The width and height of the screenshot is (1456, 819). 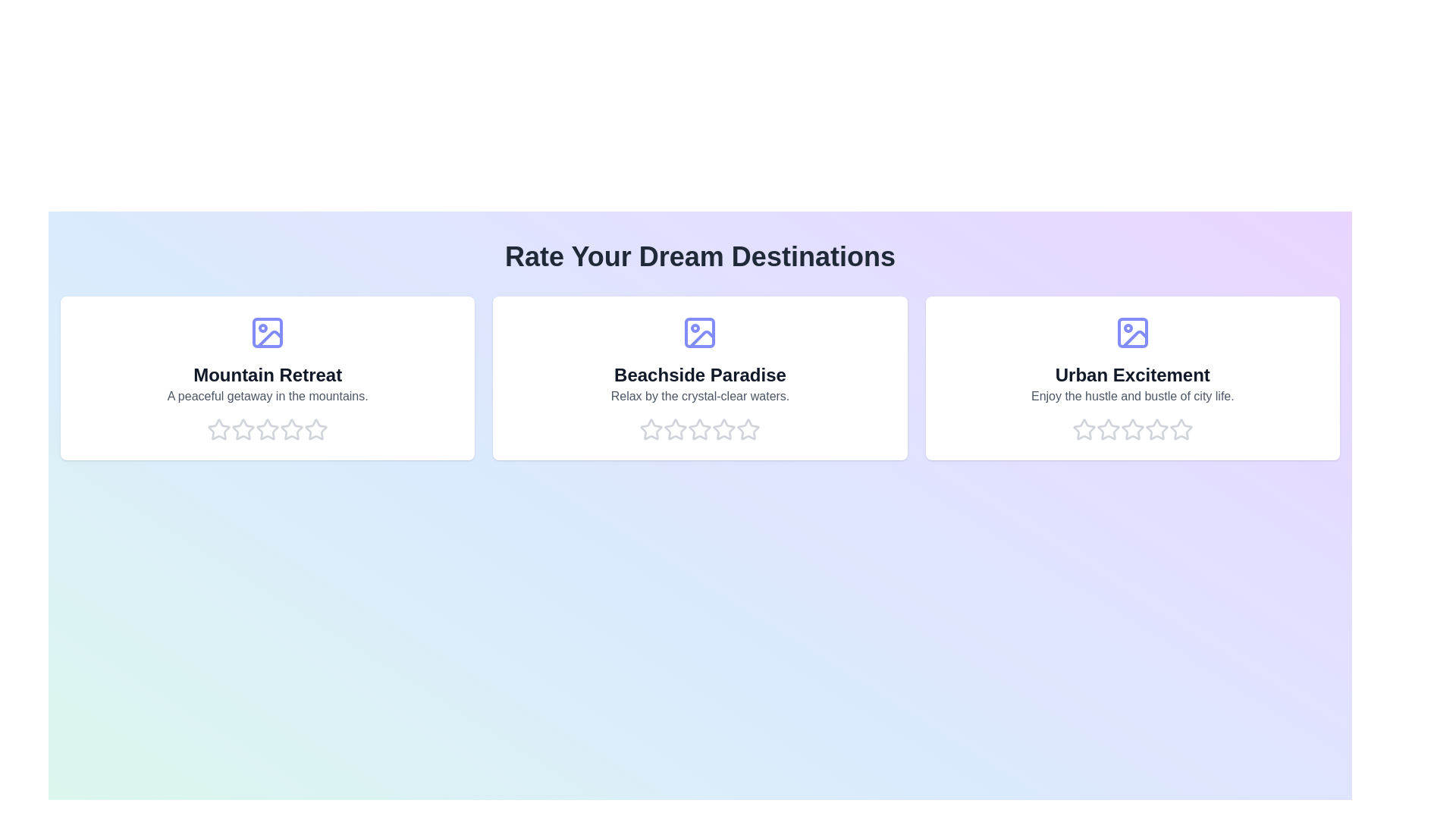 What do you see at coordinates (218, 430) in the screenshot?
I see `the rating for a destination to 1 stars` at bounding box center [218, 430].